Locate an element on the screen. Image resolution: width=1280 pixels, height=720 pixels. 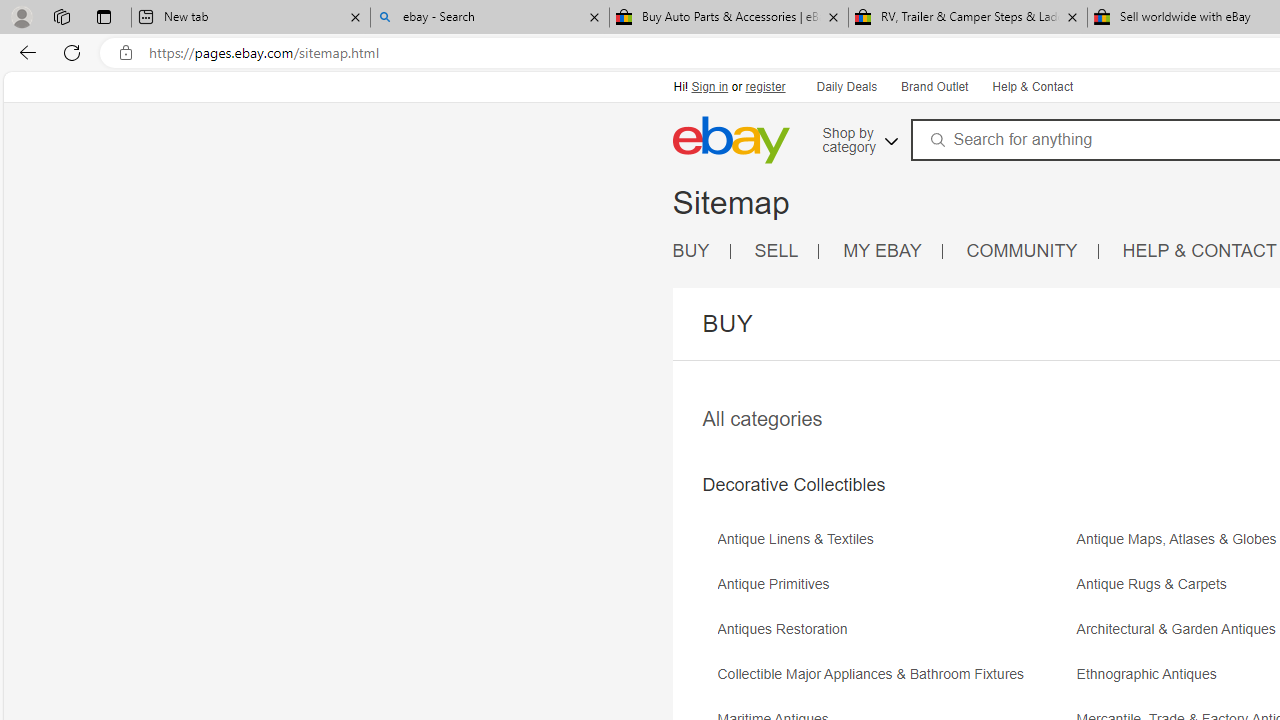
'Help & Contact' is located at coordinates (1031, 85).